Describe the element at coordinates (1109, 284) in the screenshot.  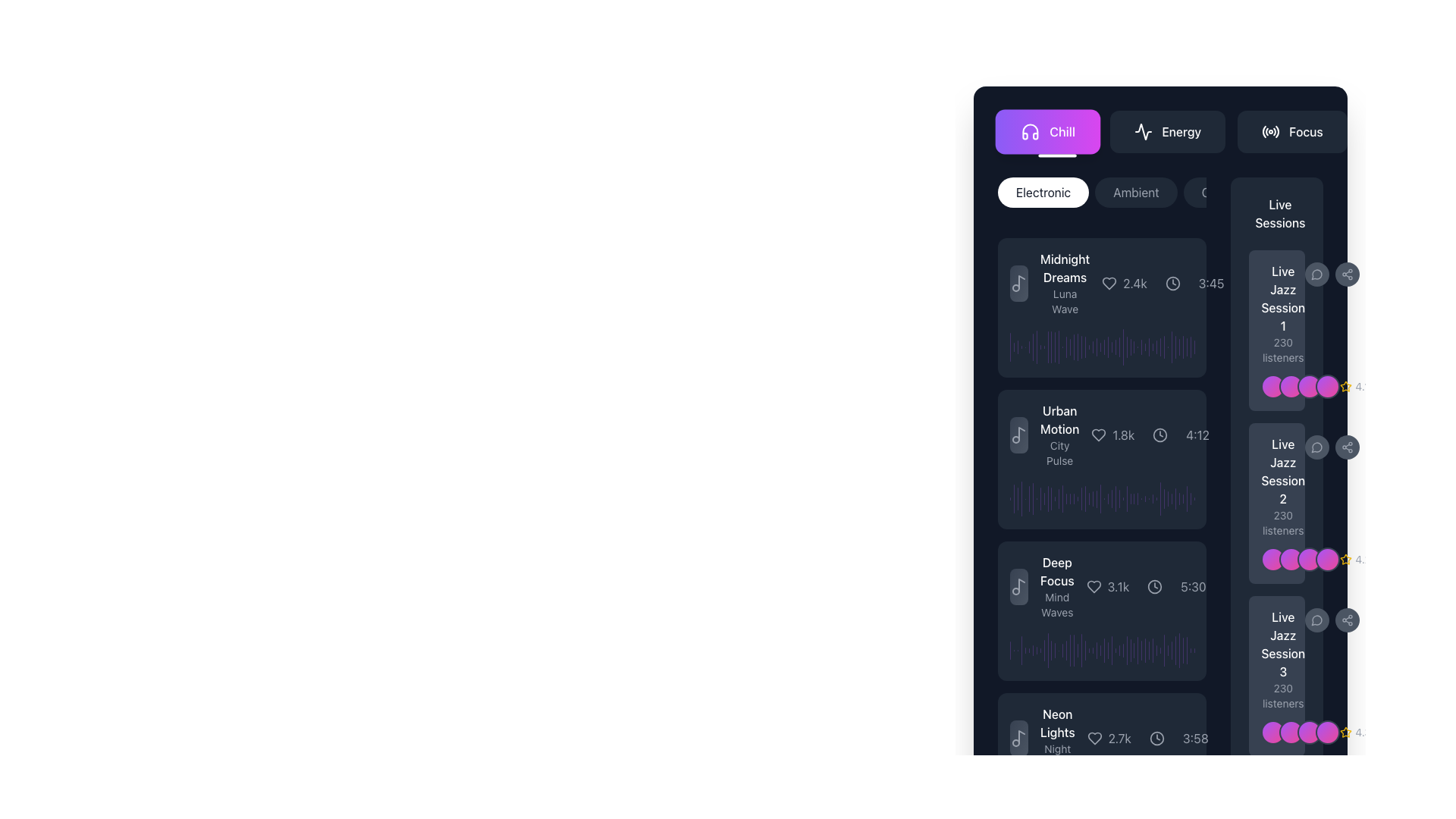
I see `the heart-shaped icon located beside and to the left of the text '2.4k' near the song 'Midnight Dreams'` at that location.